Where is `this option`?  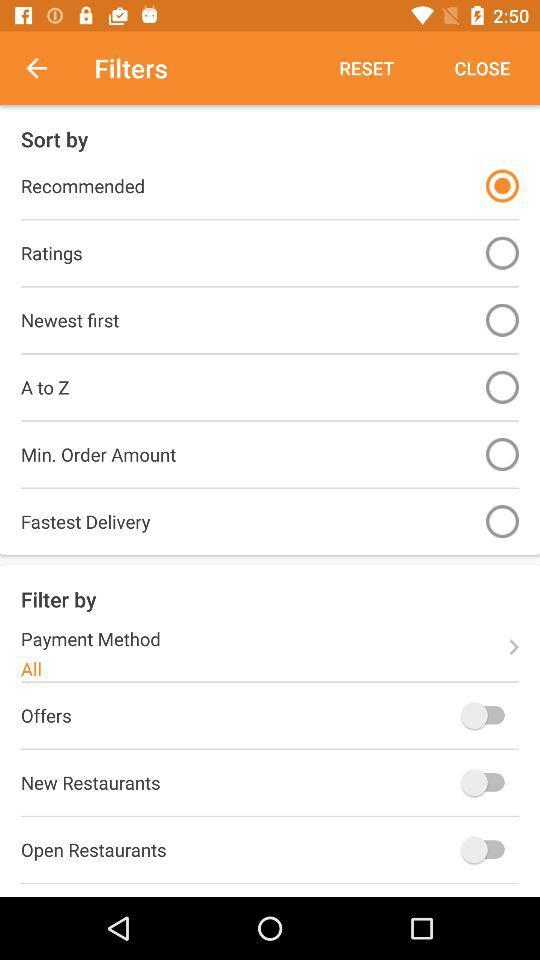
this option is located at coordinates (501, 186).